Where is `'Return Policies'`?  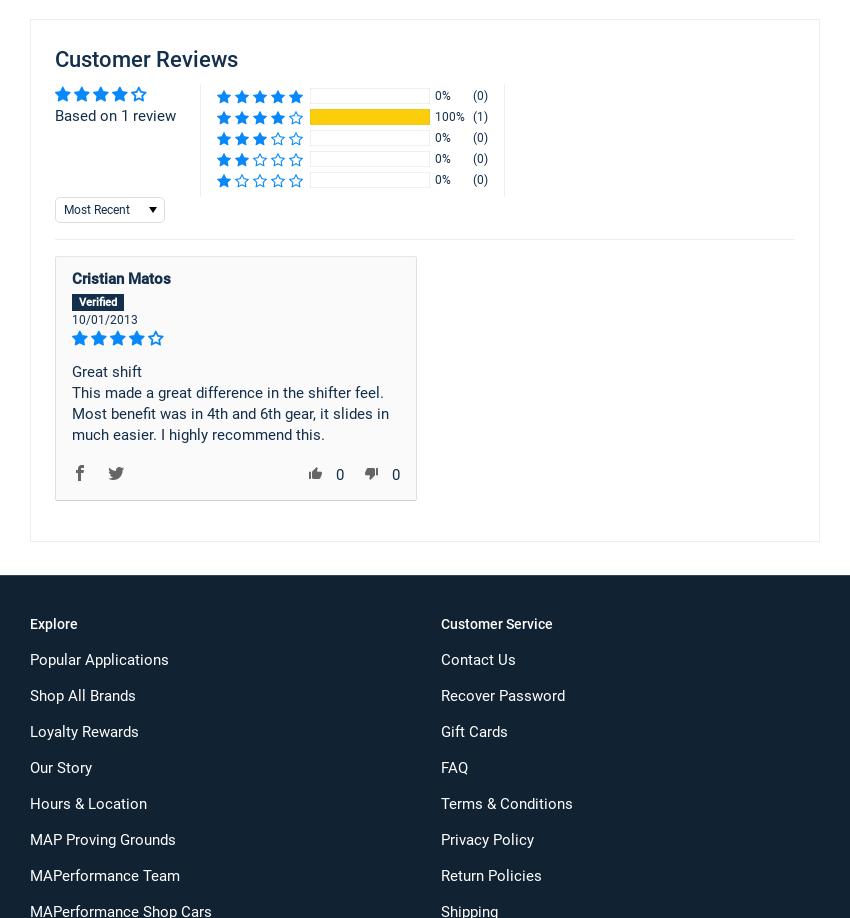
'Return Policies' is located at coordinates (491, 874).